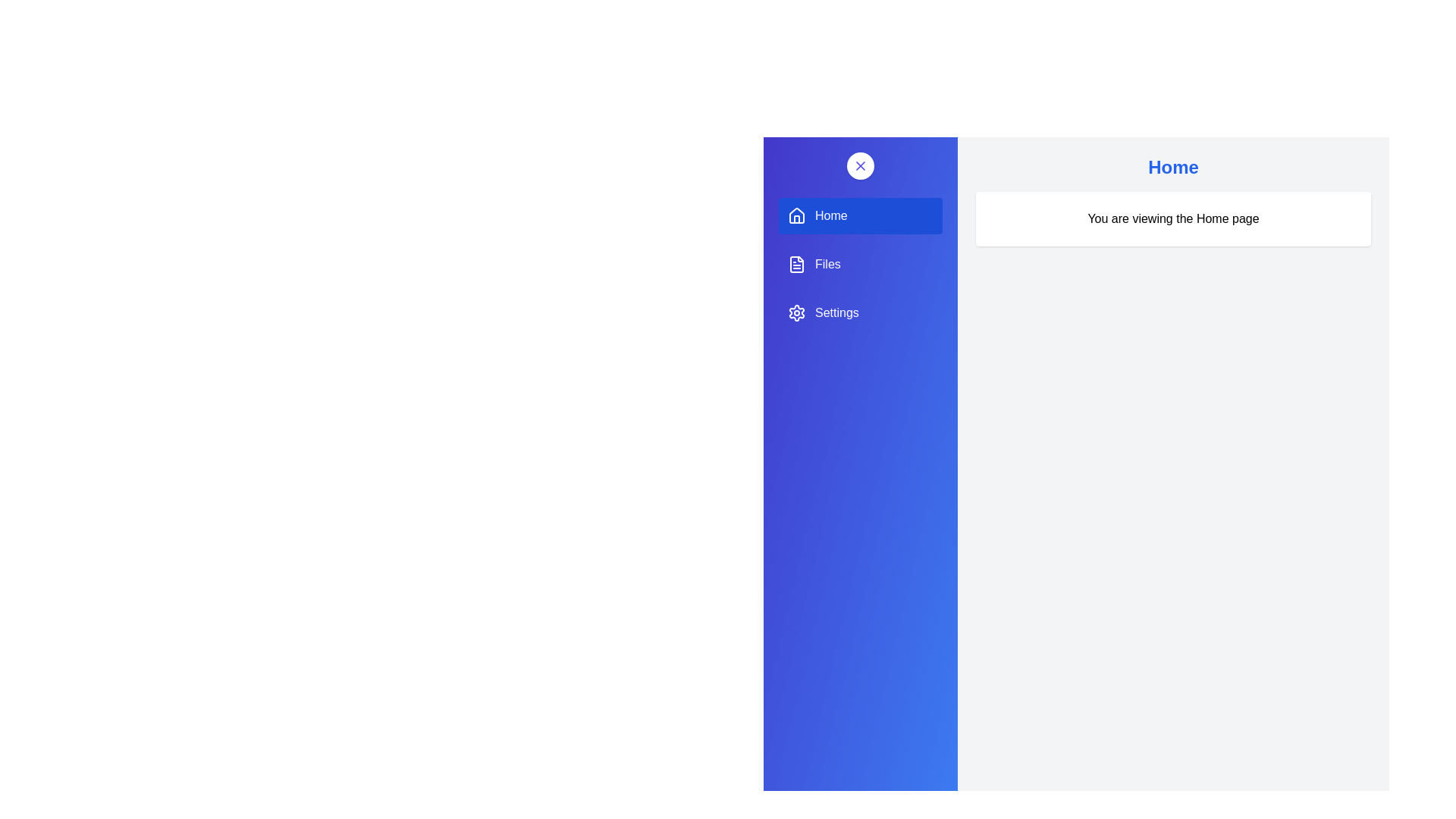 The height and width of the screenshot is (819, 1456). What do you see at coordinates (860, 312) in the screenshot?
I see `the menu item Settings from the navigation drawer` at bounding box center [860, 312].